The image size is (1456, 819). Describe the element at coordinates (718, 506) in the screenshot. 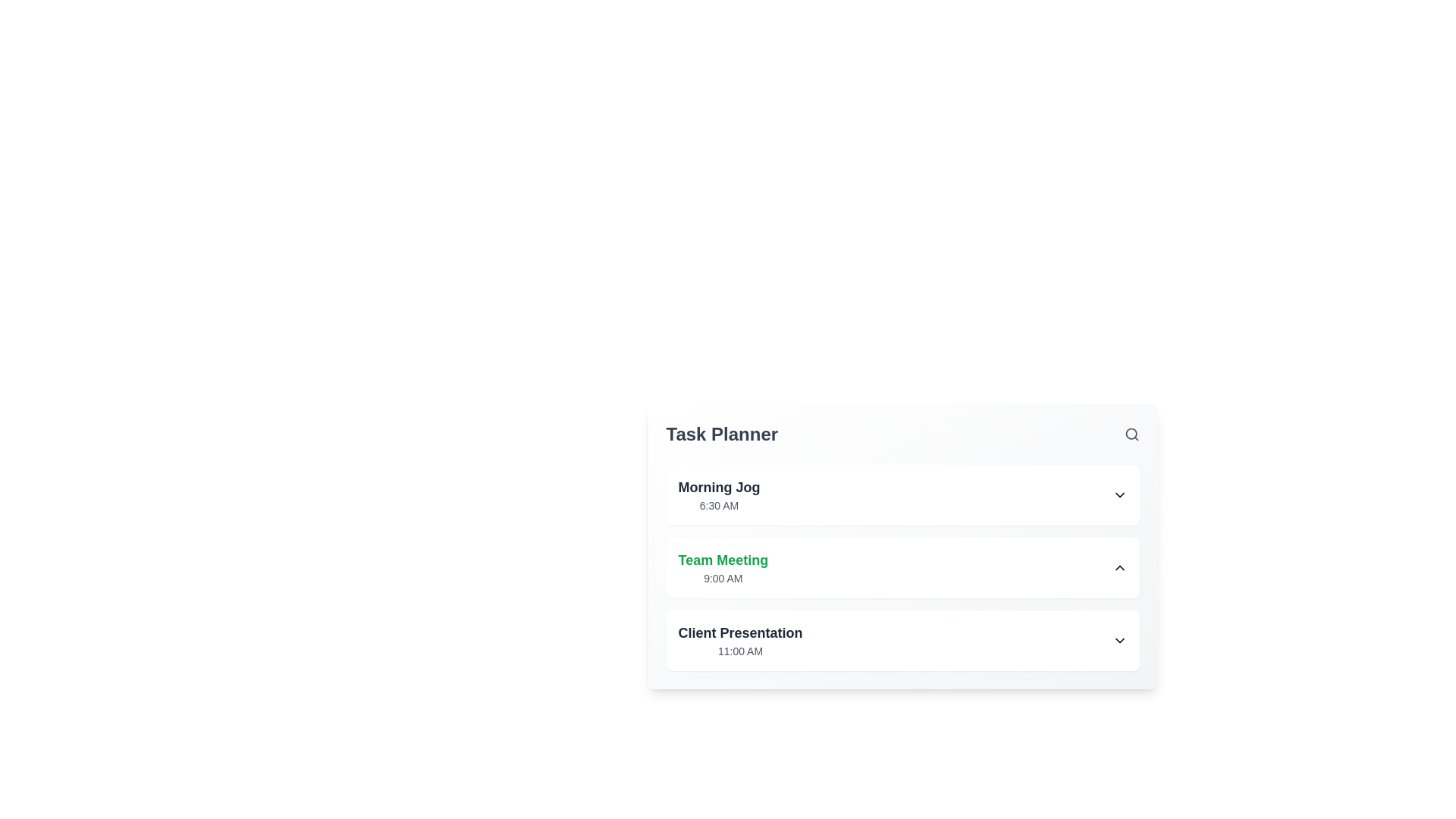

I see `the timestamp display showing '6:30 AM', which is located below the title 'Morning Jog' within the card interface` at that location.